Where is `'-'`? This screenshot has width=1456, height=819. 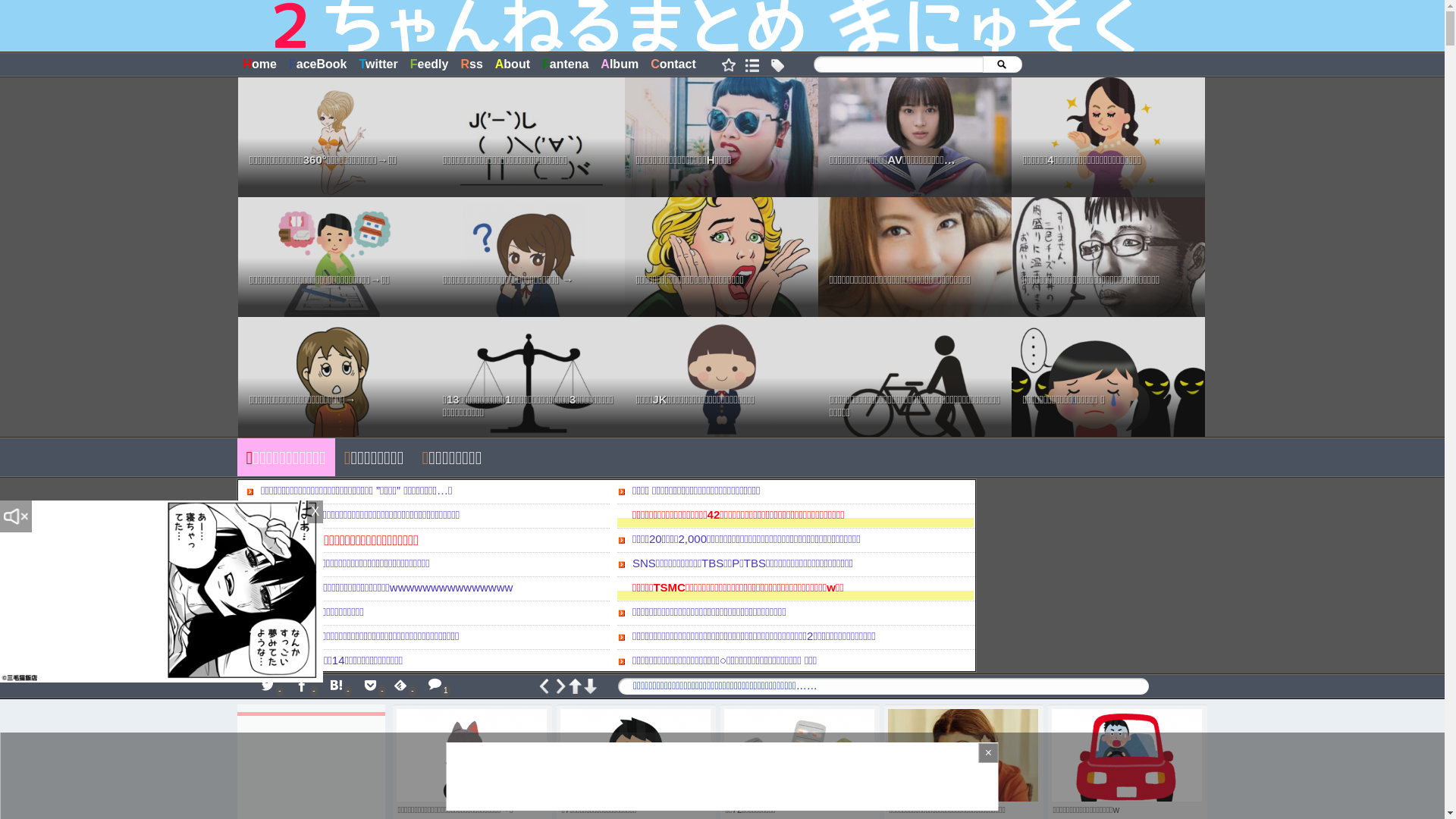 '-' is located at coordinates (269, 686).